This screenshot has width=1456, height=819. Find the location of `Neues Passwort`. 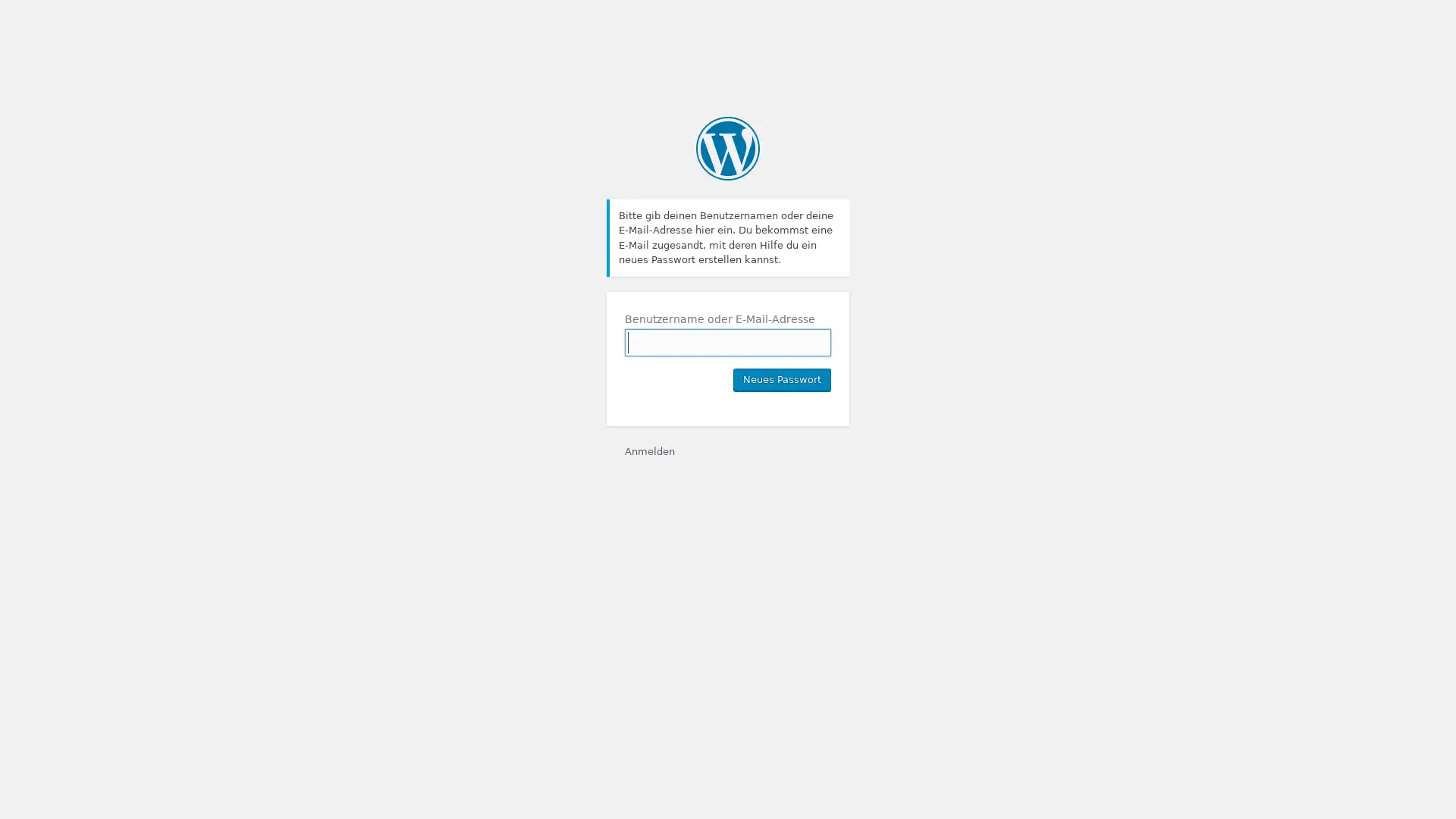

Neues Passwort is located at coordinates (782, 378).